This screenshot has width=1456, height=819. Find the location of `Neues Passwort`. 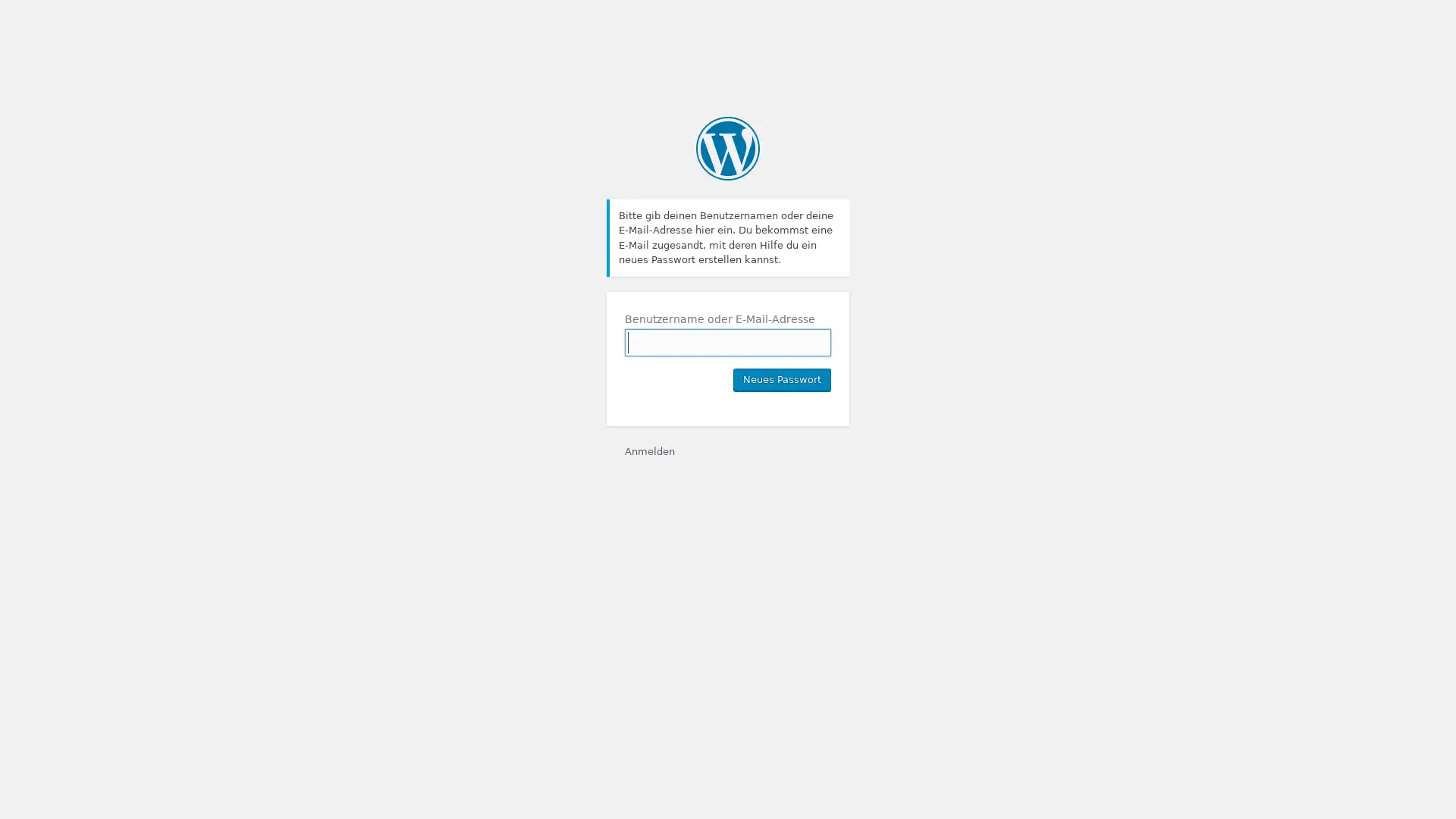

Neues Passwort is located at coordinates (782, 378).